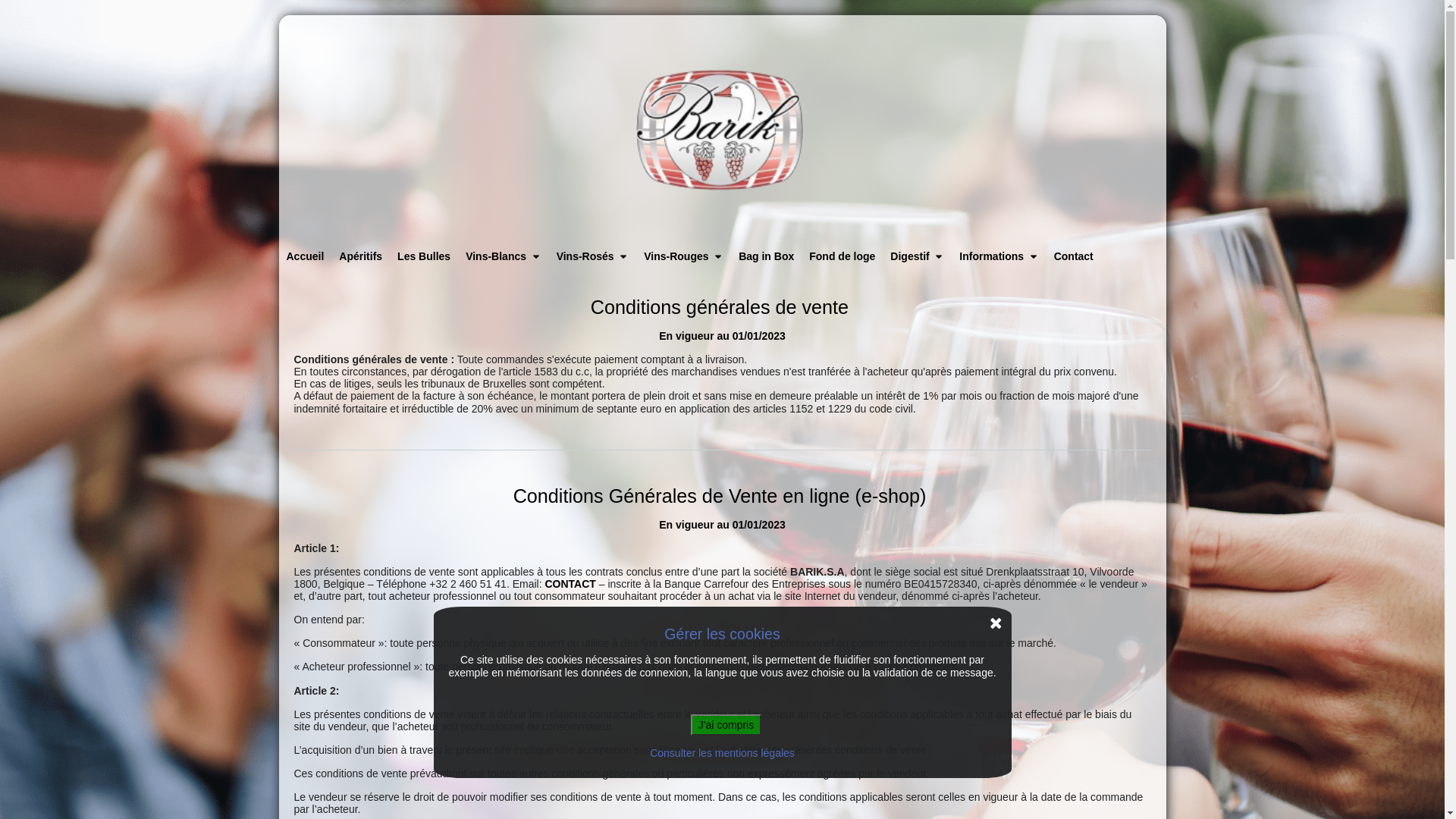 This screenshot has width=1456, height=819. I want to click on 'Vins-Blancs', so click(457, 256).